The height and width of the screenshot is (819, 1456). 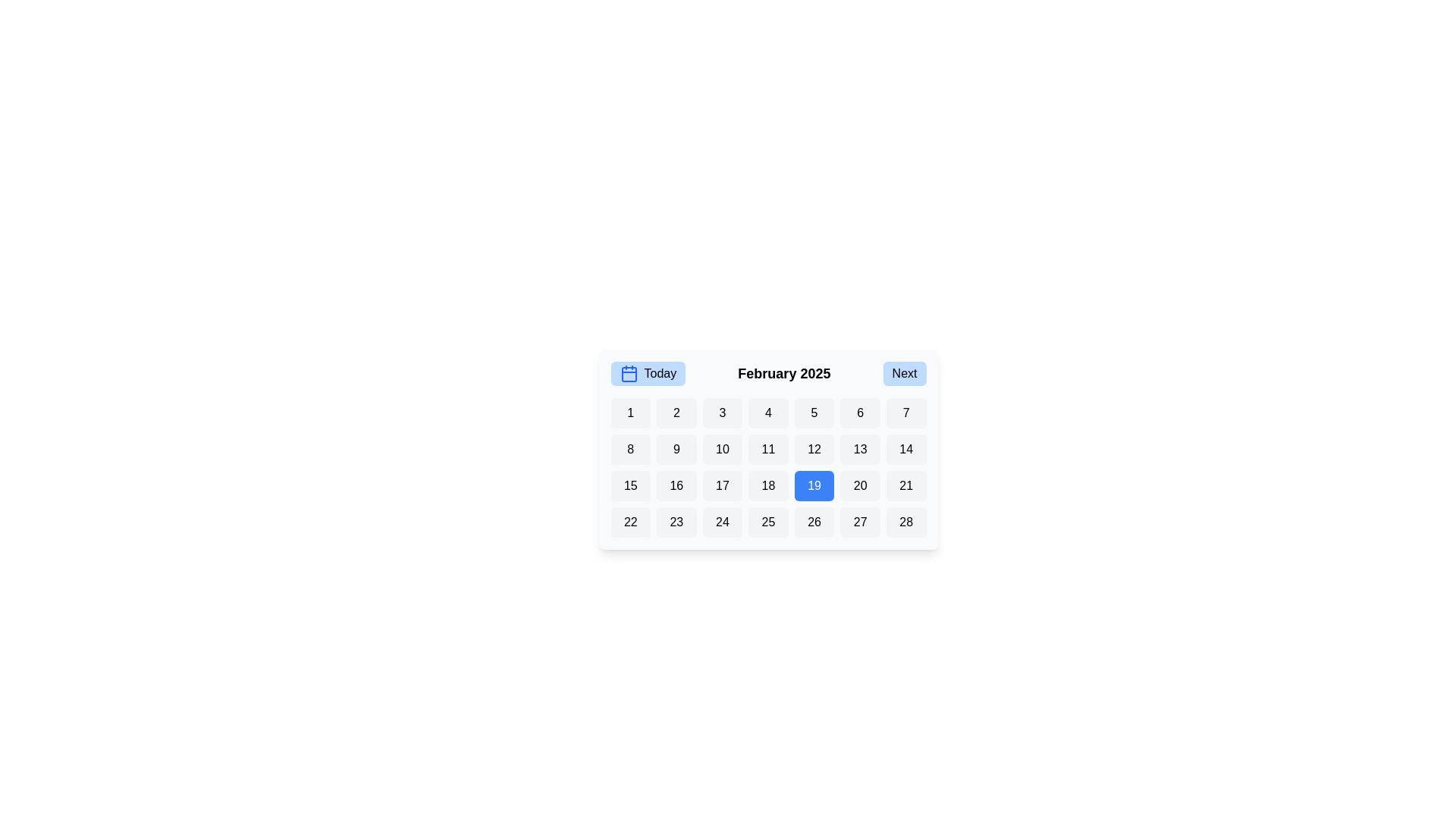 I want to click on the 'Today' button to return to the current date, so click(x=648, y=374).